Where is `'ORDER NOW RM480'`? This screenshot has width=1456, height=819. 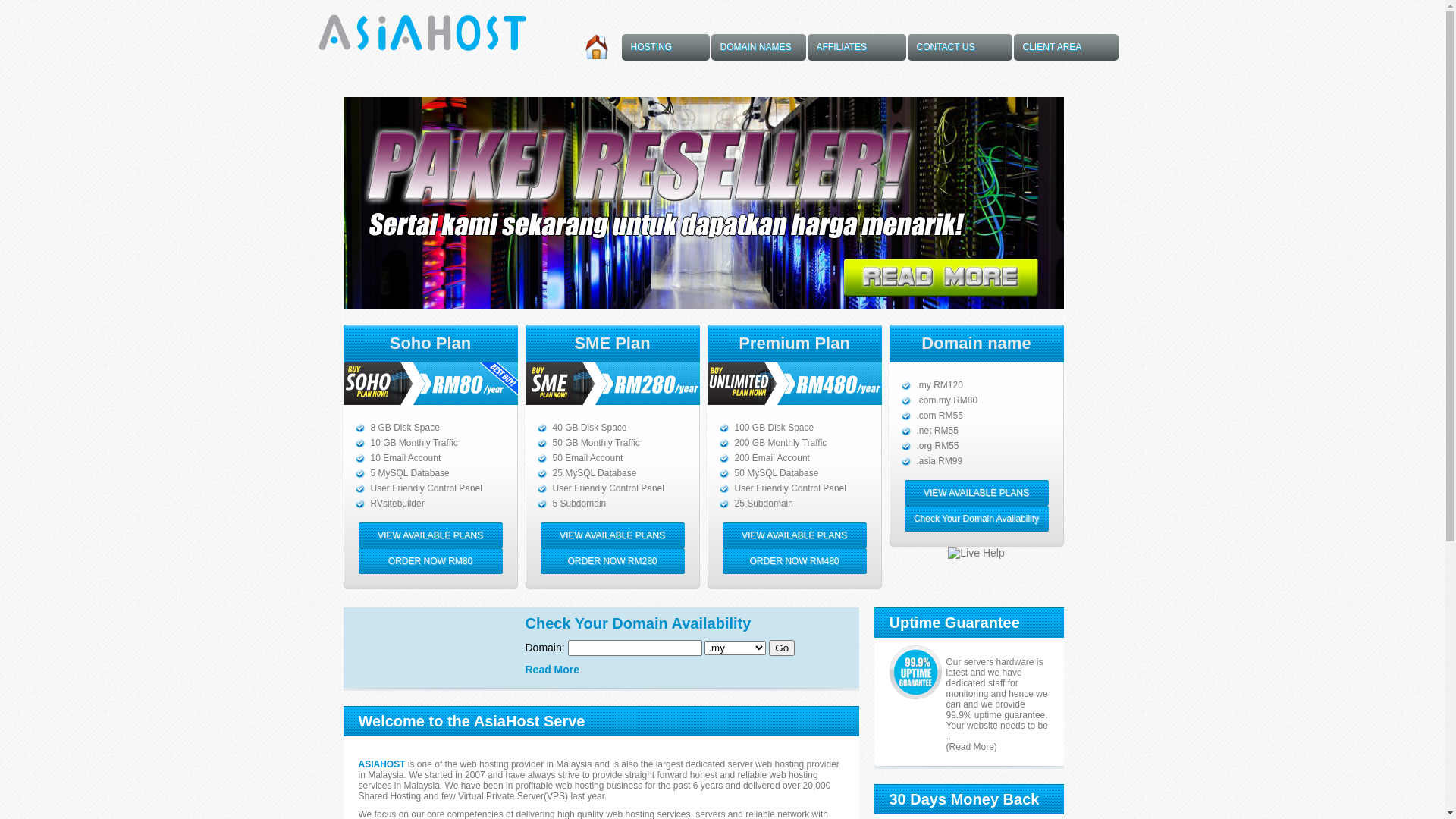 'ORDER NOW RM480' is located at coordinates (720, 561).